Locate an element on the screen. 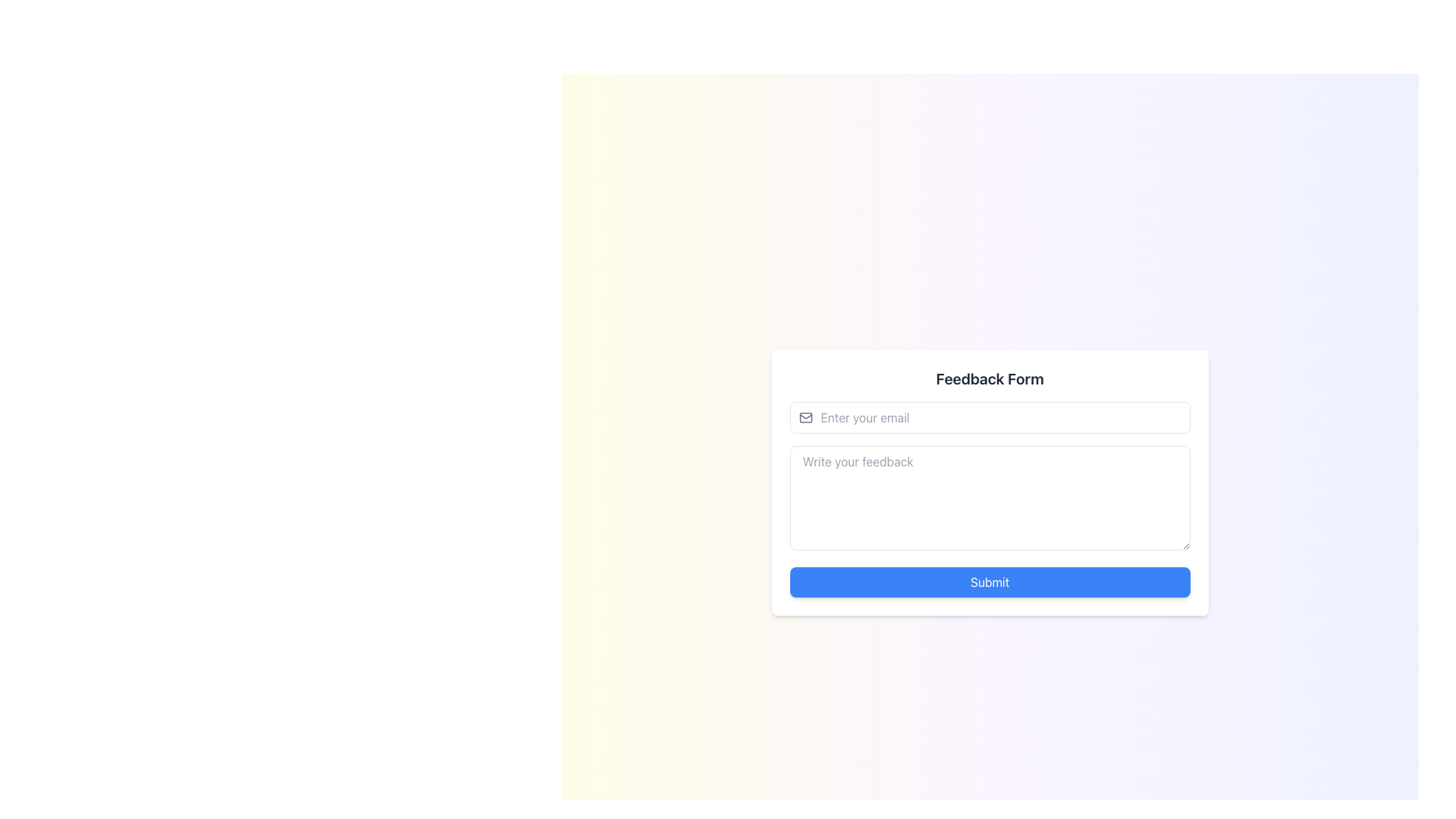  the title or heading text of the feedback form, which is positioned at the top of the card-like interface, above the email input field and feedback text area is located at coordinates (990, 378).